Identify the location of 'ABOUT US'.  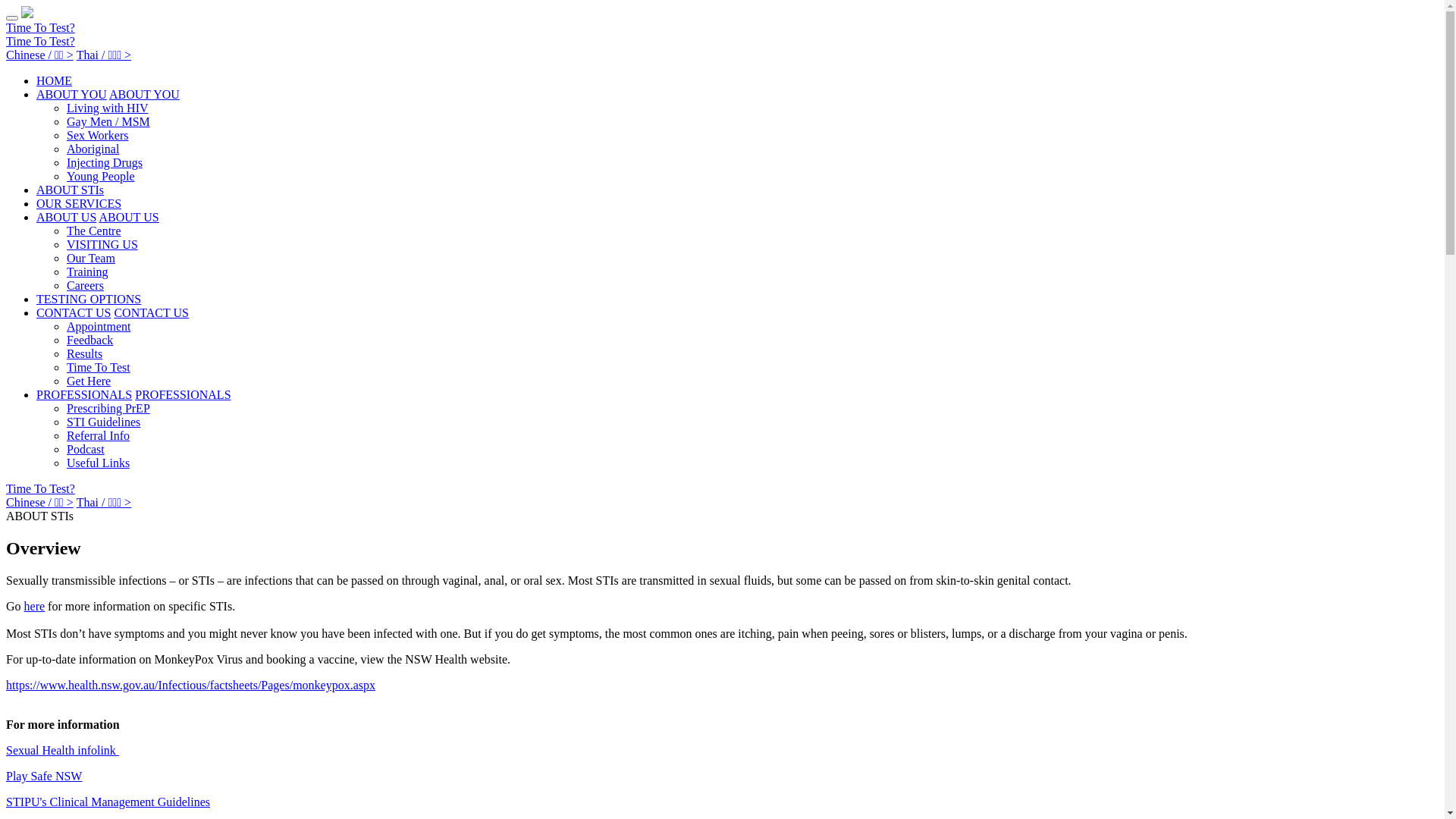
(128, 217).